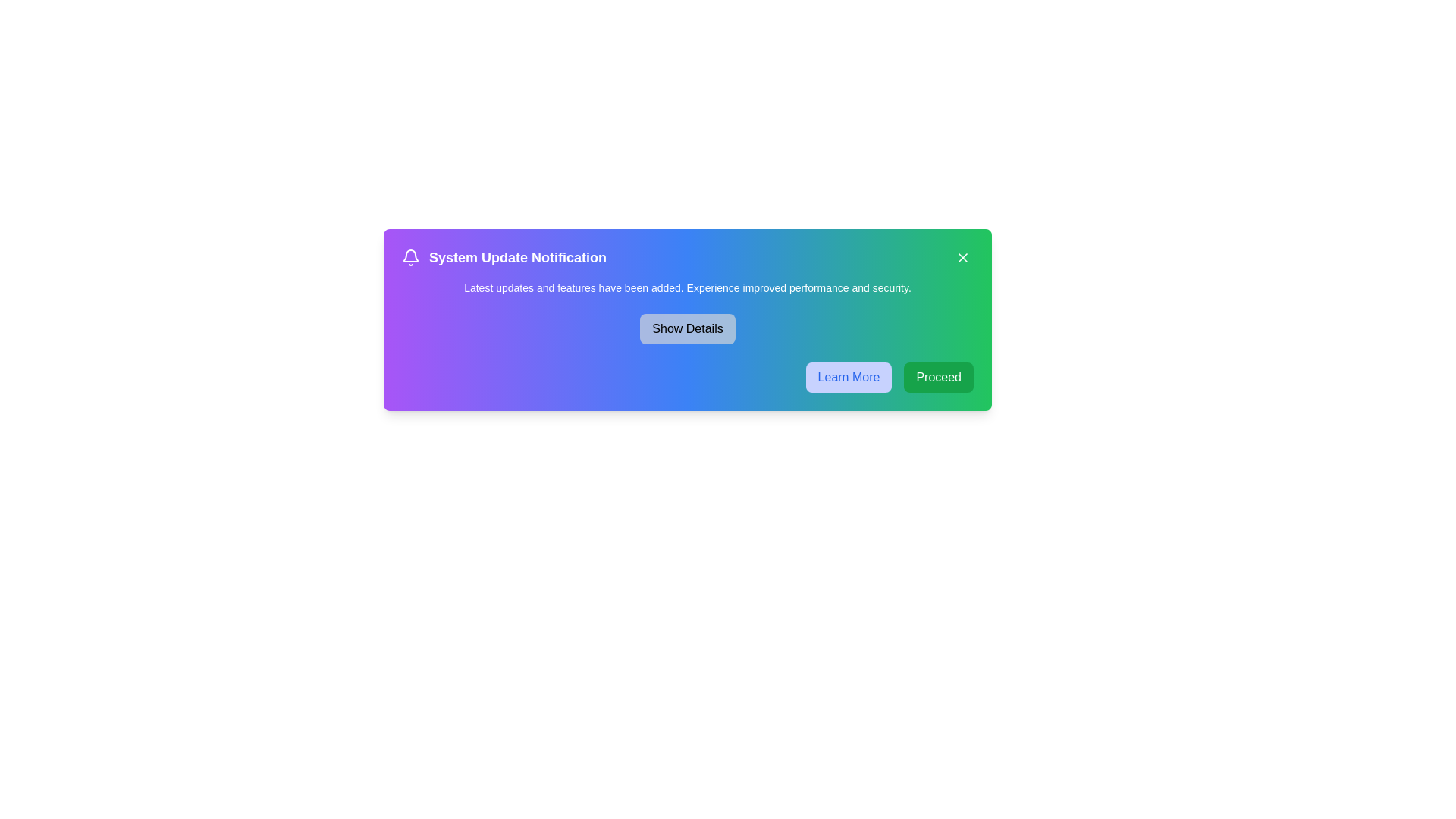 This screenshot has height=819, width=1456. What do you see at coordinates (504, 256) in the screenshot?
I see `the header element of the notification card, which includes a bell icon and text indicating a system update, located at the top-left corner` at bounding box center [504, 256].